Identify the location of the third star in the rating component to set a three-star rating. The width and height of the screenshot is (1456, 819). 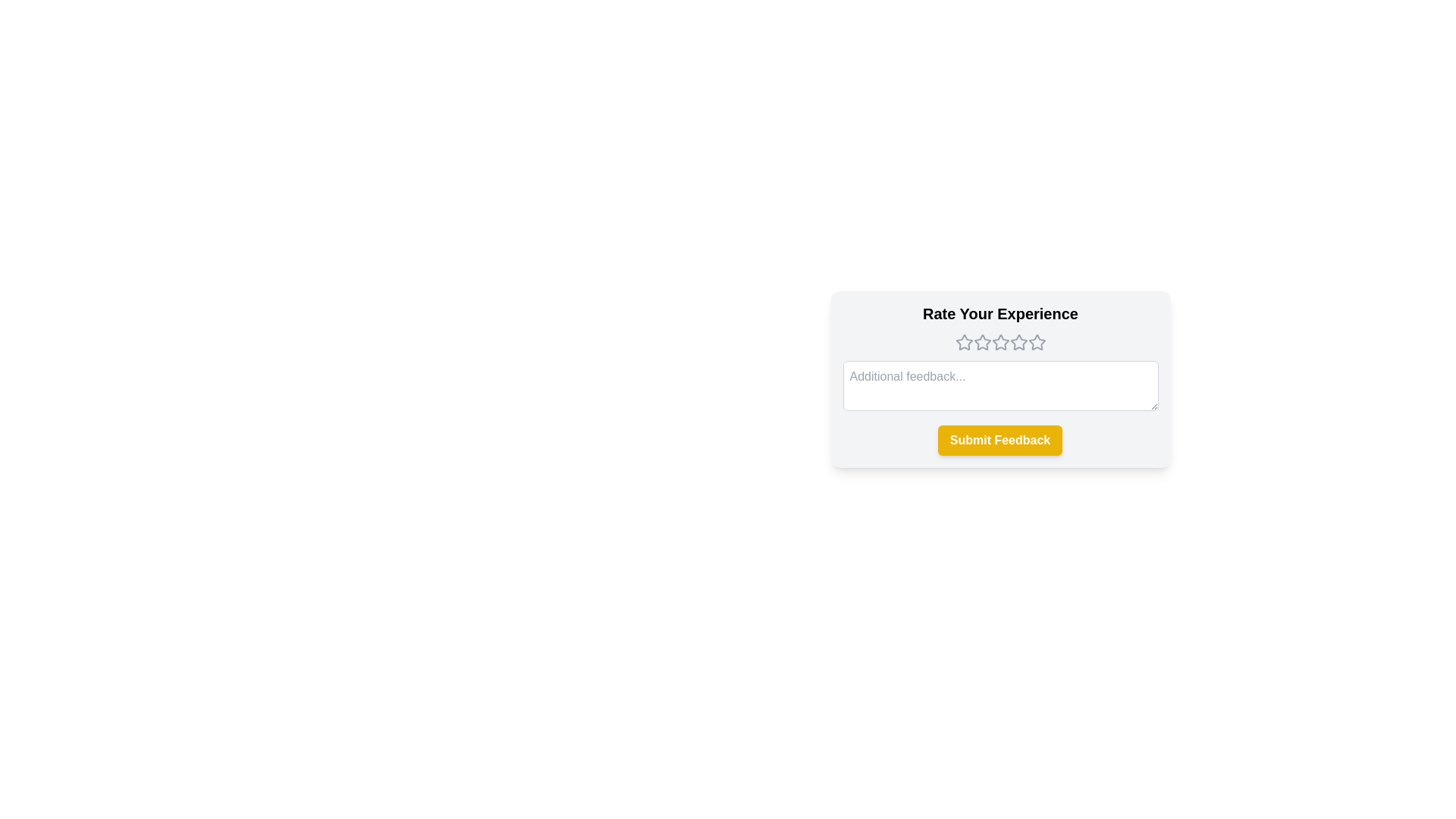
(1000, 342).